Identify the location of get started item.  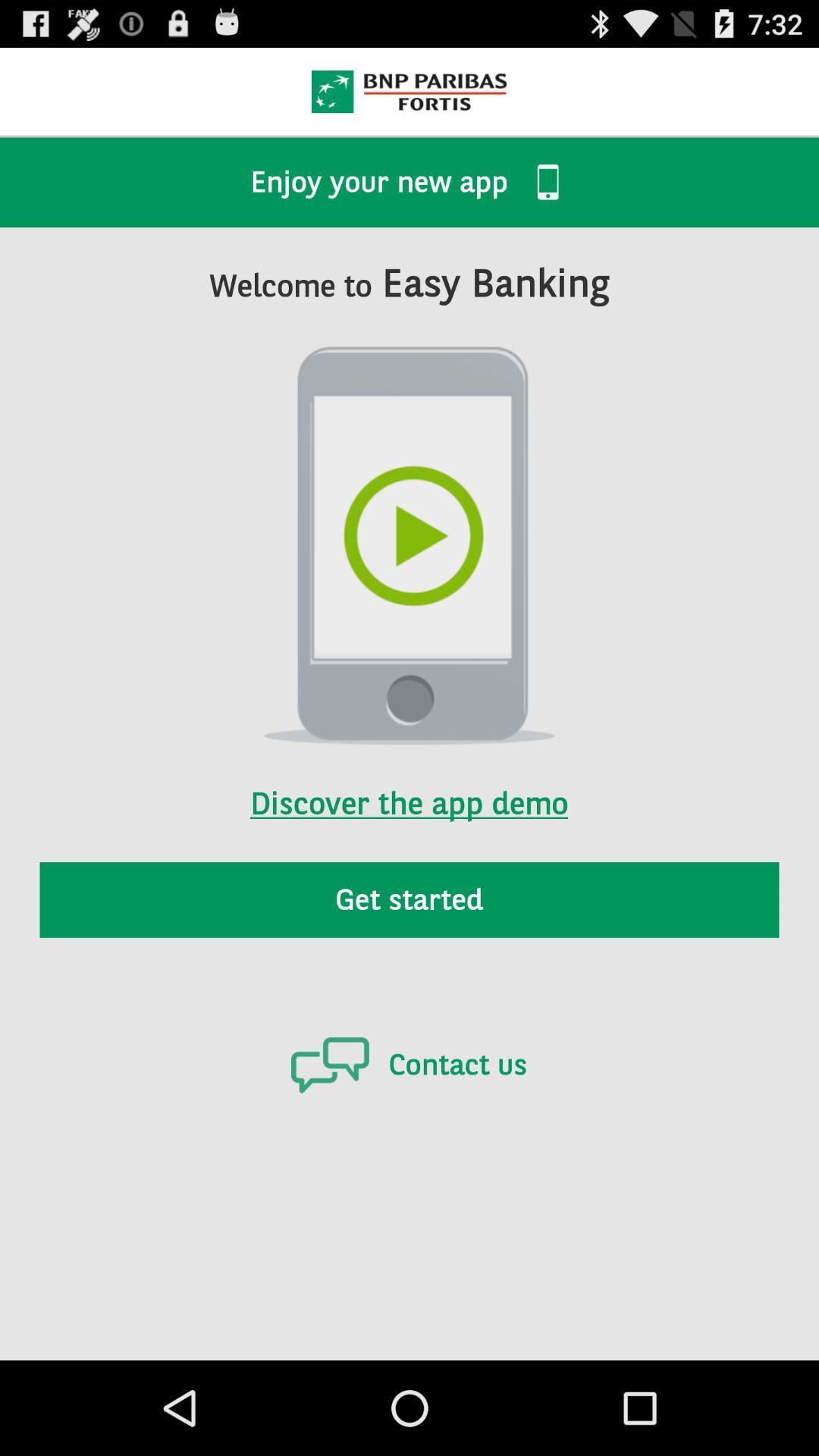
(409, 899).